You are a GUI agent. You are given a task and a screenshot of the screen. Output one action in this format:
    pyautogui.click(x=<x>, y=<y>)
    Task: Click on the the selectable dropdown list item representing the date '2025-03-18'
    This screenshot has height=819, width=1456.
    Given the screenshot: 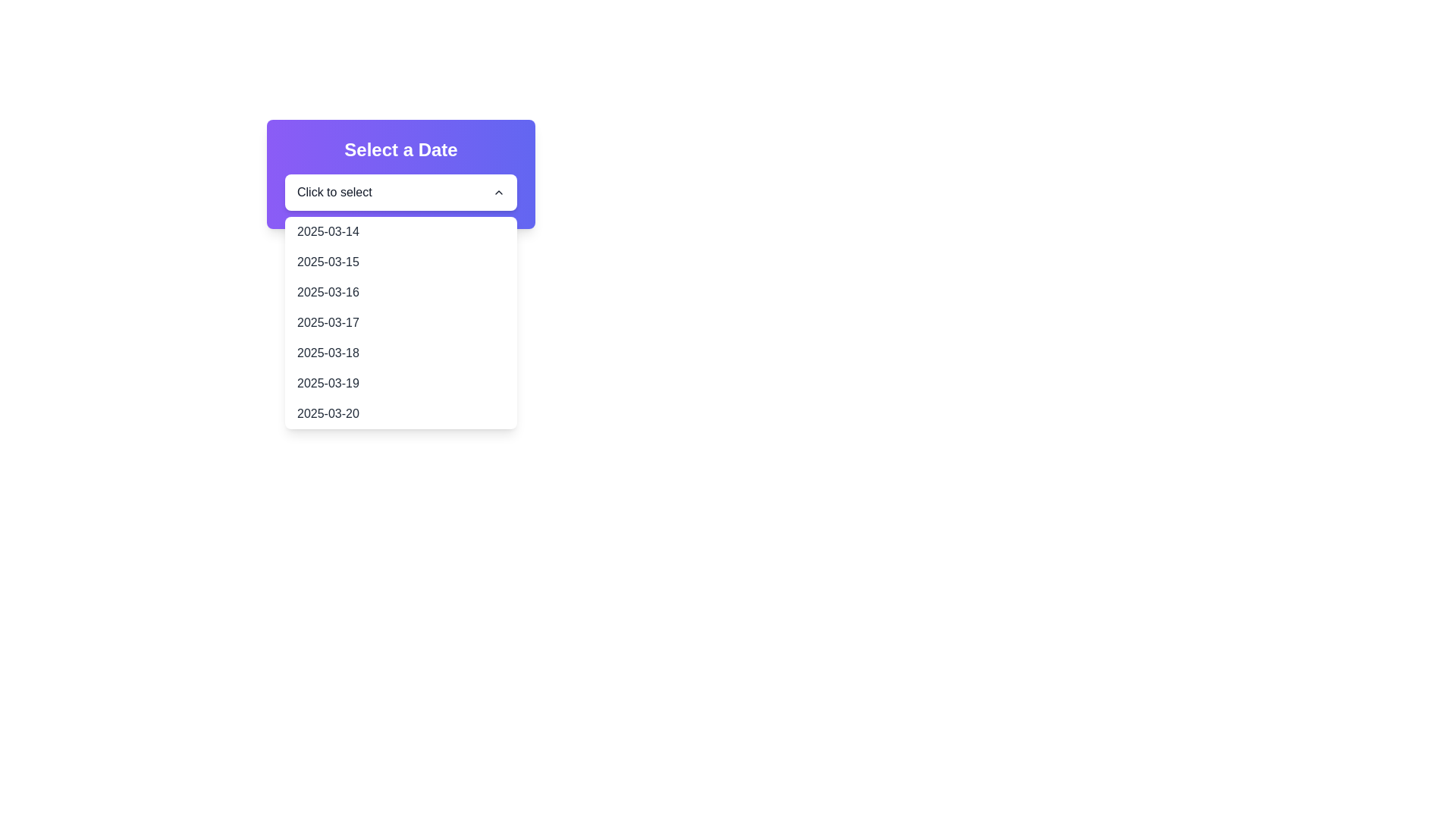 What is the action you would take?
    pyautogui.click(x=400, y=353)
    